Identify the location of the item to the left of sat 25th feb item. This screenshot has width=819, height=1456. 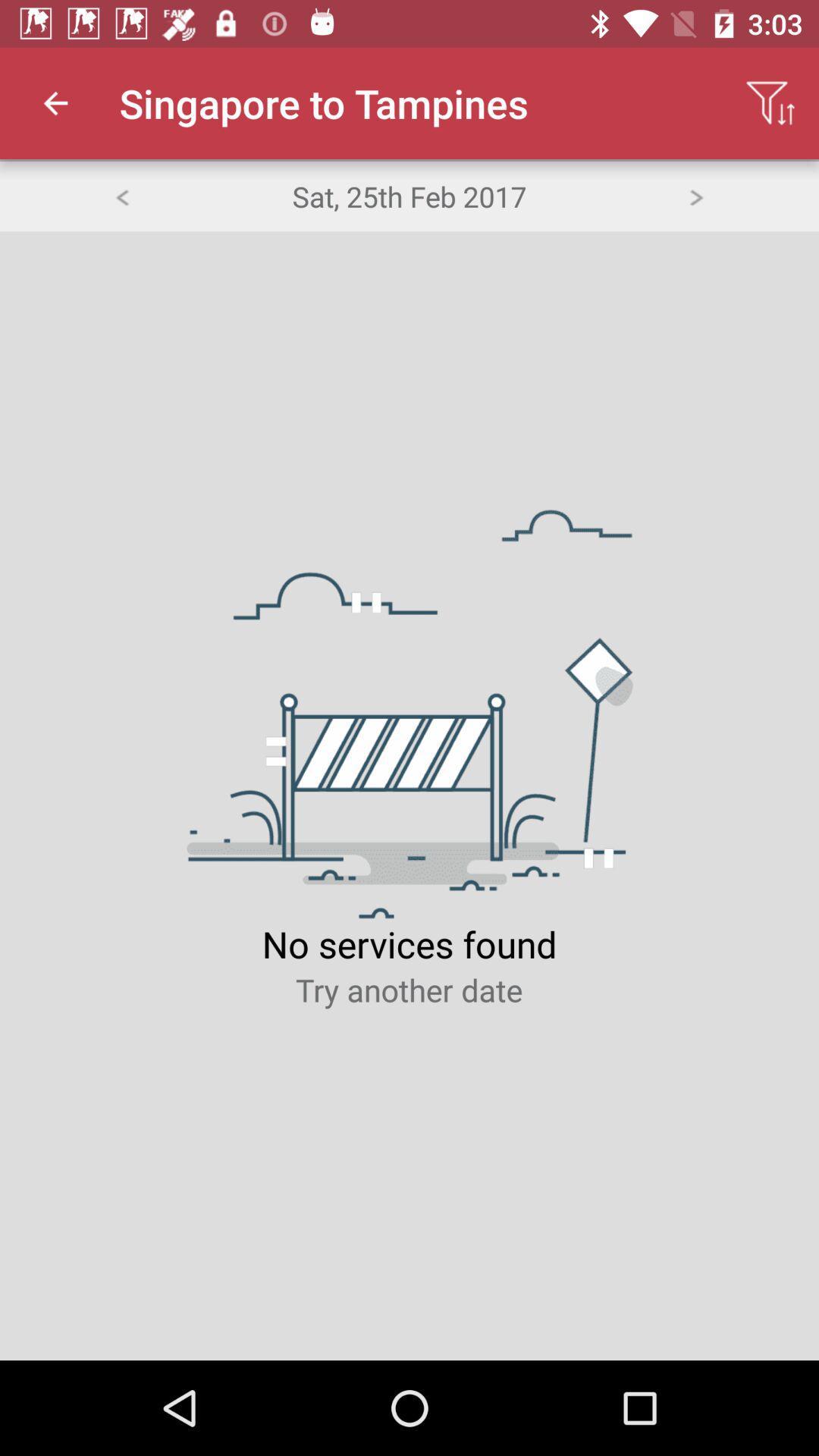
(121, 195).